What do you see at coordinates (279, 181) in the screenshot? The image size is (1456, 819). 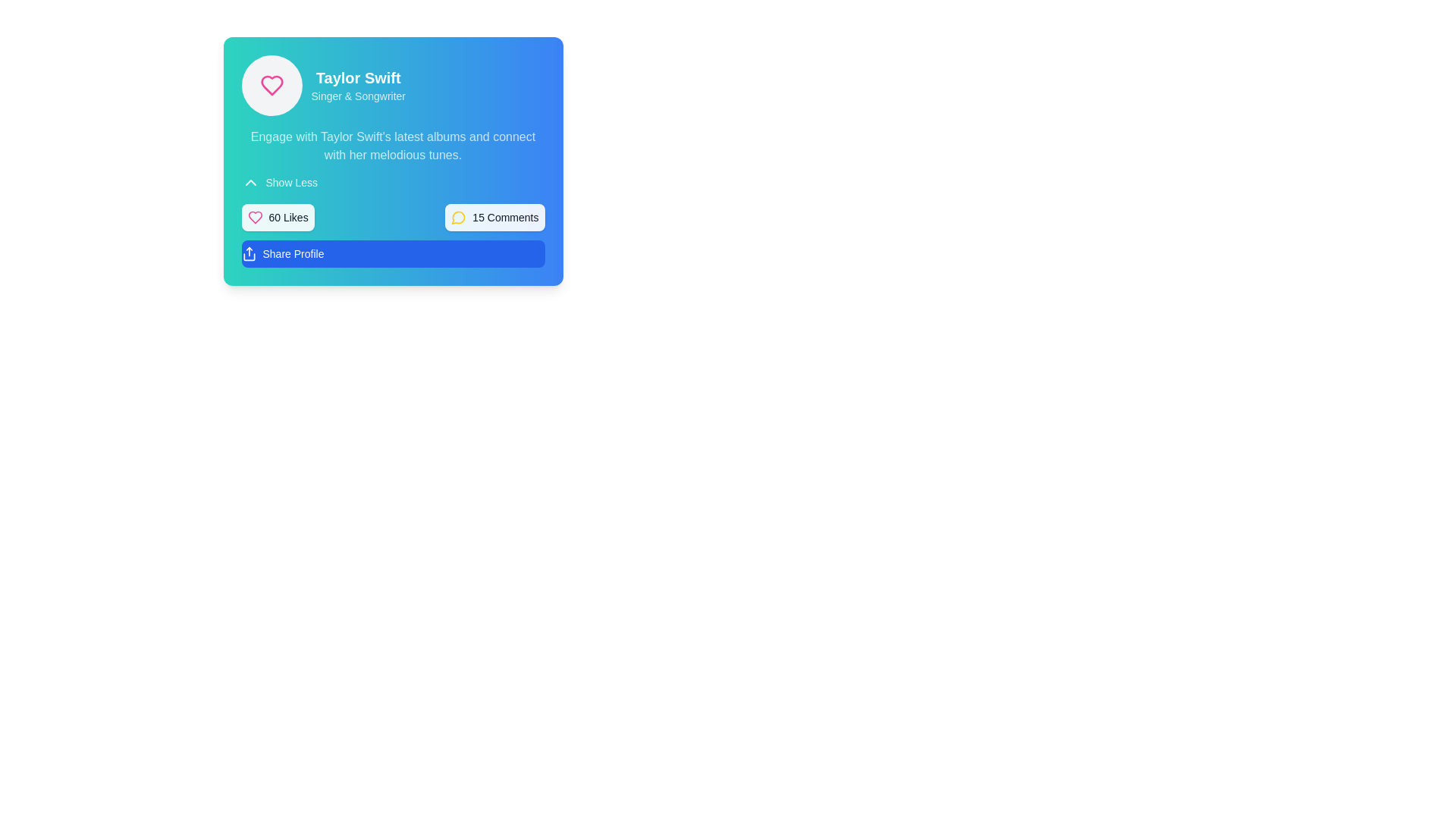 I see `the 'Show Less' button, which features white text and an upward-pointing chevron icon` at bounding box center [279, 181].